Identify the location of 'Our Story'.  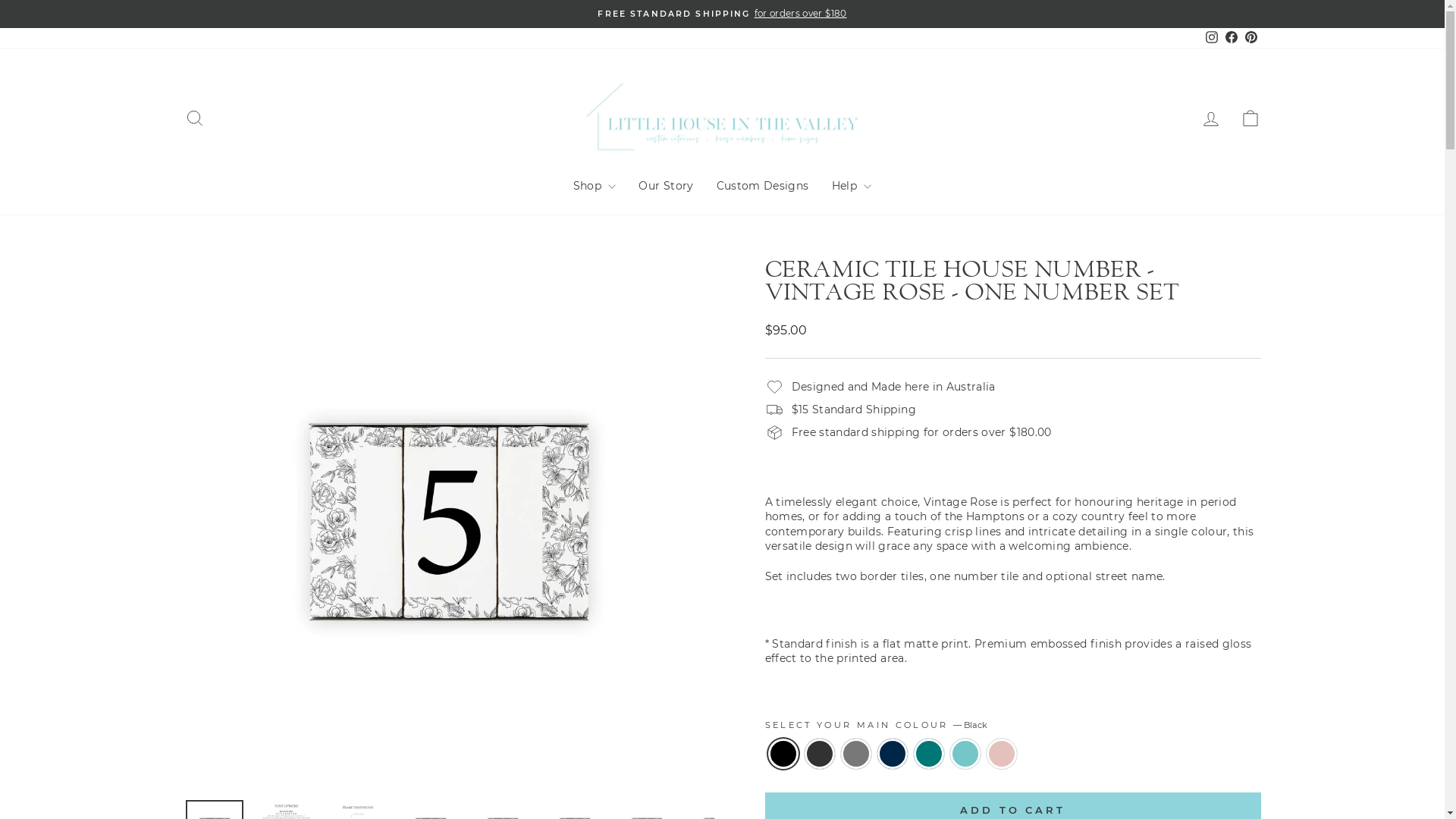
(666, 186).